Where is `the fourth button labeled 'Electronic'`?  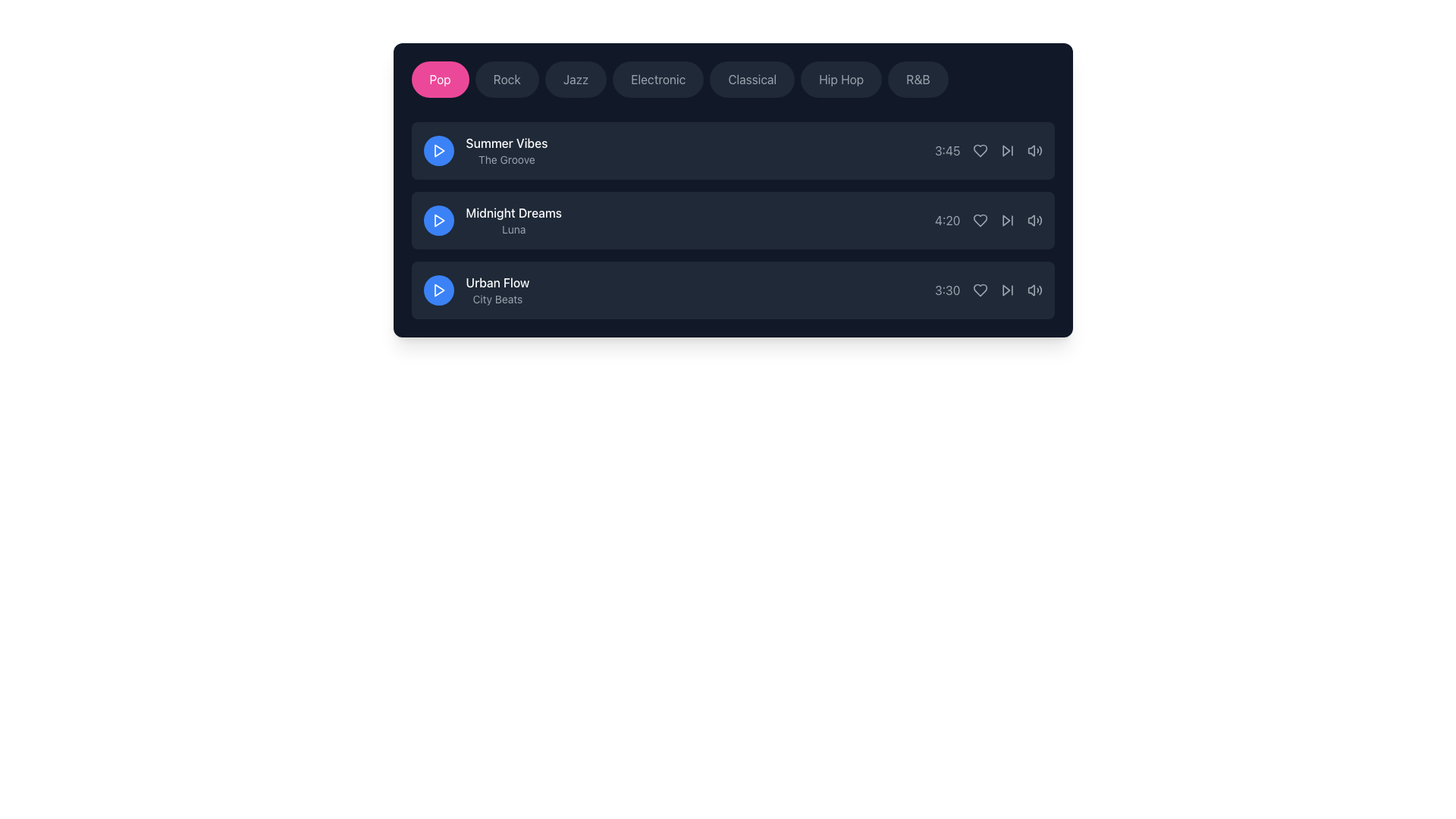
the fourth button labeled 'Electronic' is located at coordinates (658, 79).